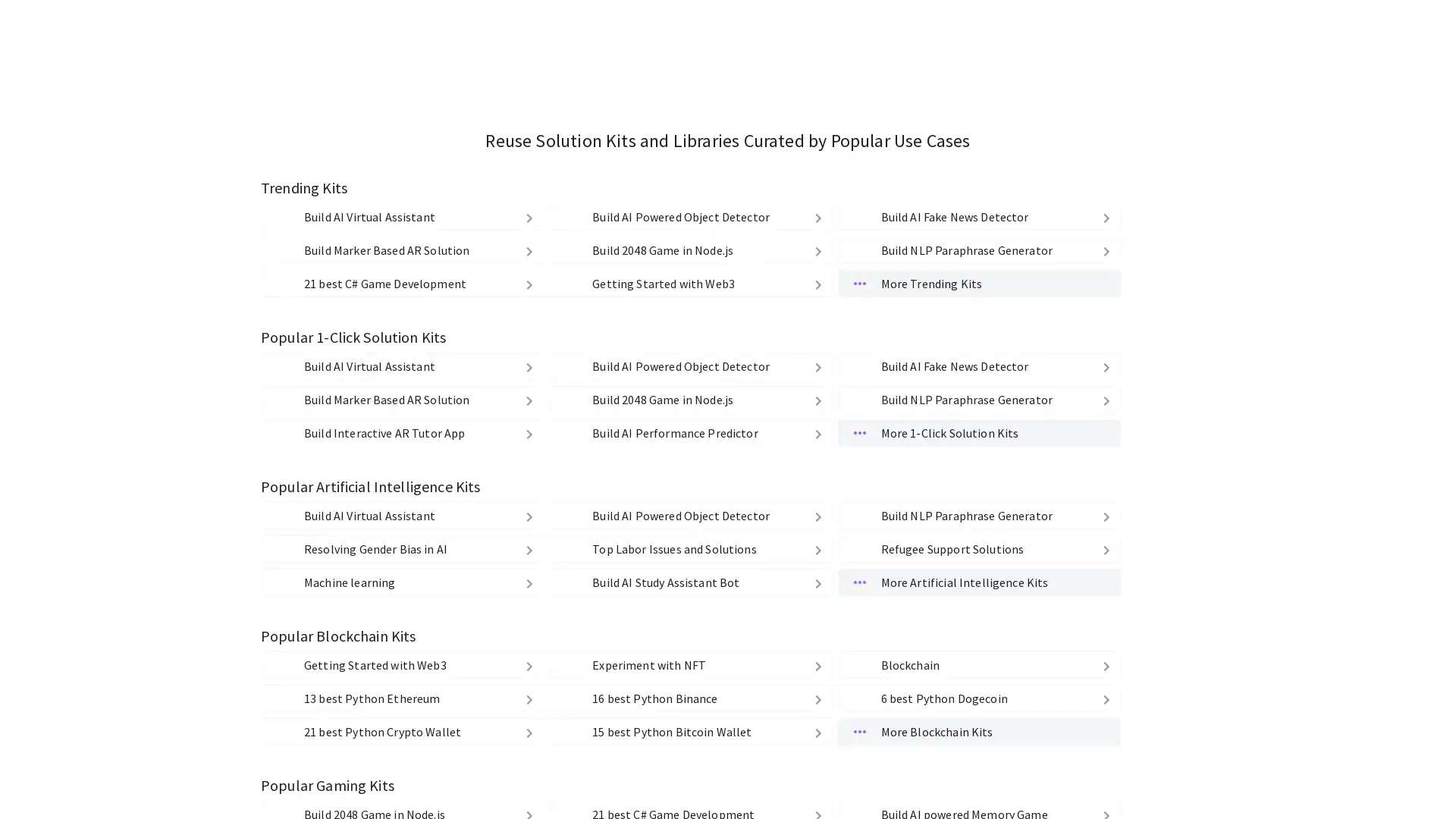 The image size is (1456, 819). What do you see at coordinates (796, 632) in the screenshot?
I see `delete` at bounding box center [796, 632].